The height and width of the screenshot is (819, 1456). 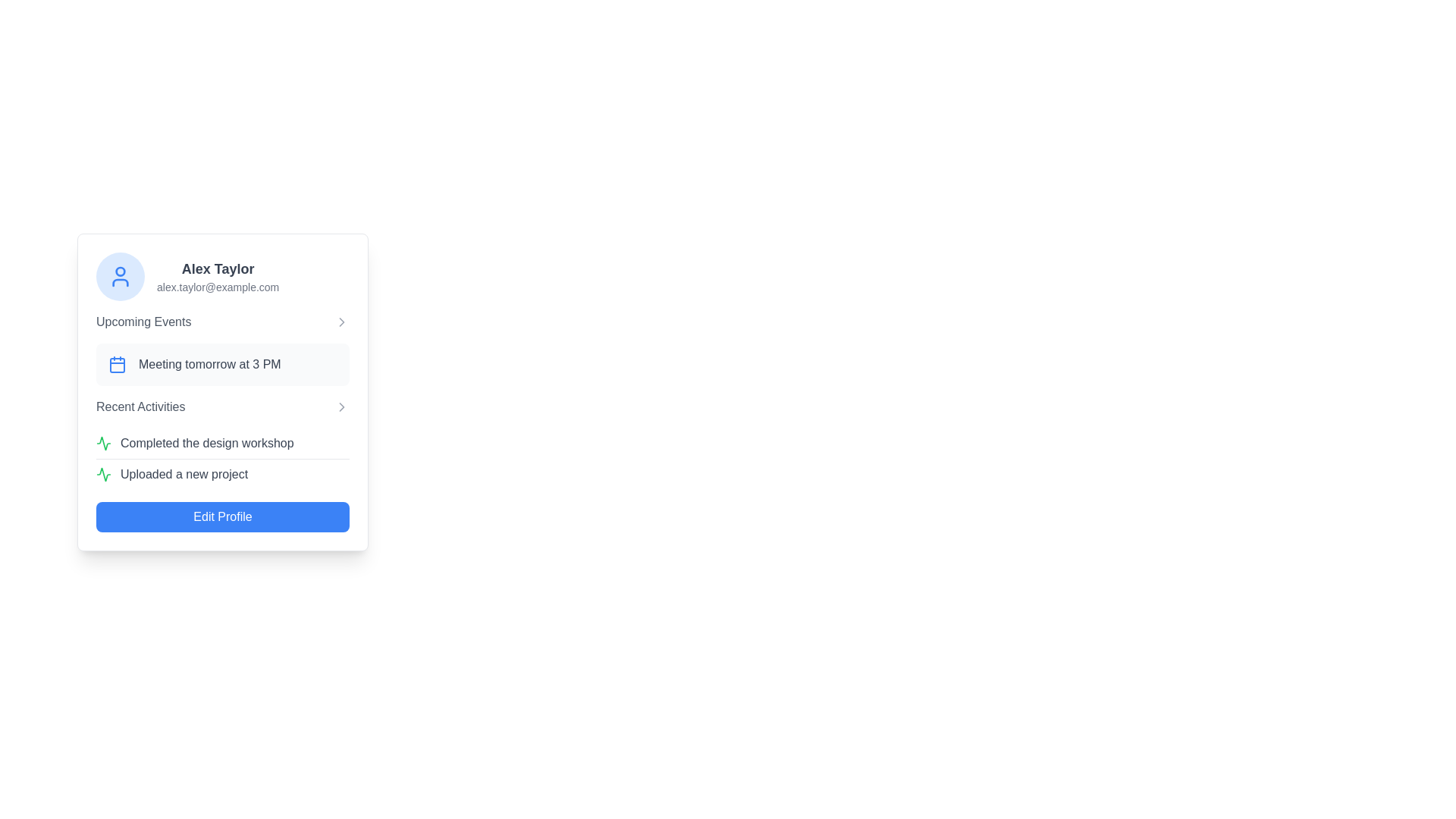 I want to click on the decorative circular element with a blue border and white fill located at the top of the user avatar on the profile card, so click(x=119, y=271).